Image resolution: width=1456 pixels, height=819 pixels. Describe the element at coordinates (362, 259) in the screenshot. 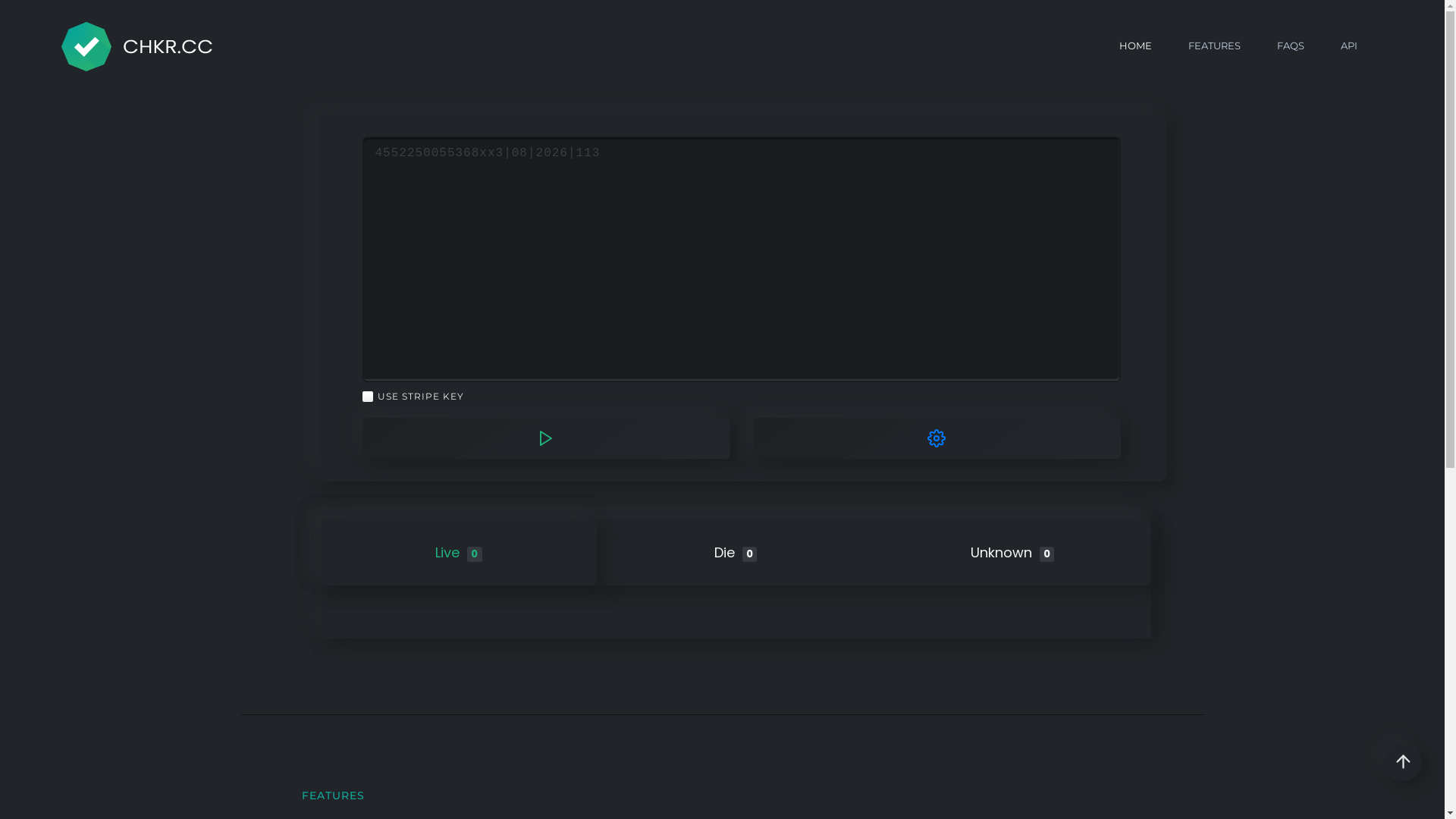

I see `'card'` at that location.